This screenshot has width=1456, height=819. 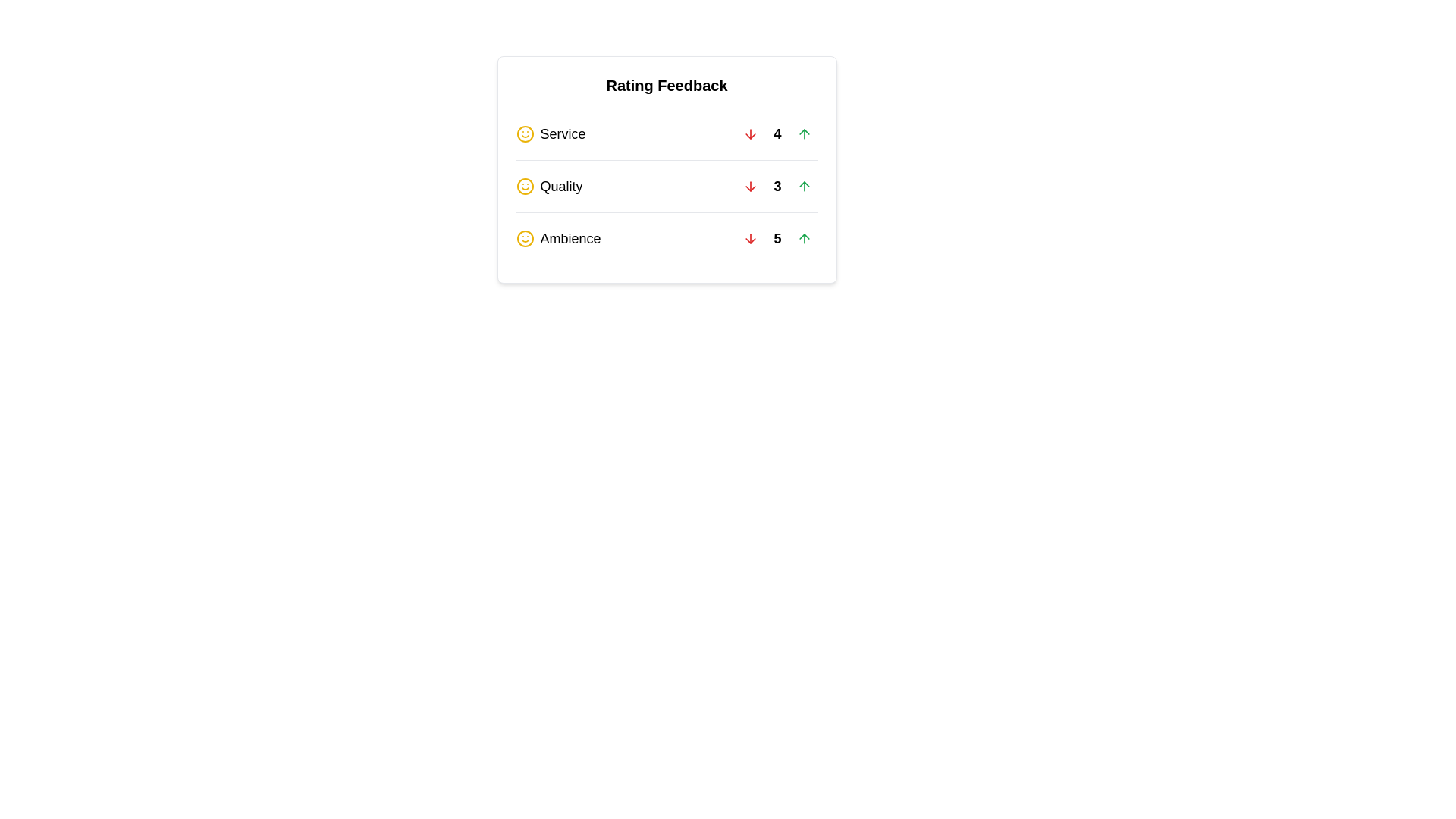 What do you see at coordinates (667, 238) in the screenshot?
I see `the Rating Input Component for 'Ambience', which includes a yellow smiley icon, bold label 'Ambience', red downward arrow, bold number '5', and green upward arrow, located in the bottom row of a vertical list of three rows` at bounding box center [667, 238].